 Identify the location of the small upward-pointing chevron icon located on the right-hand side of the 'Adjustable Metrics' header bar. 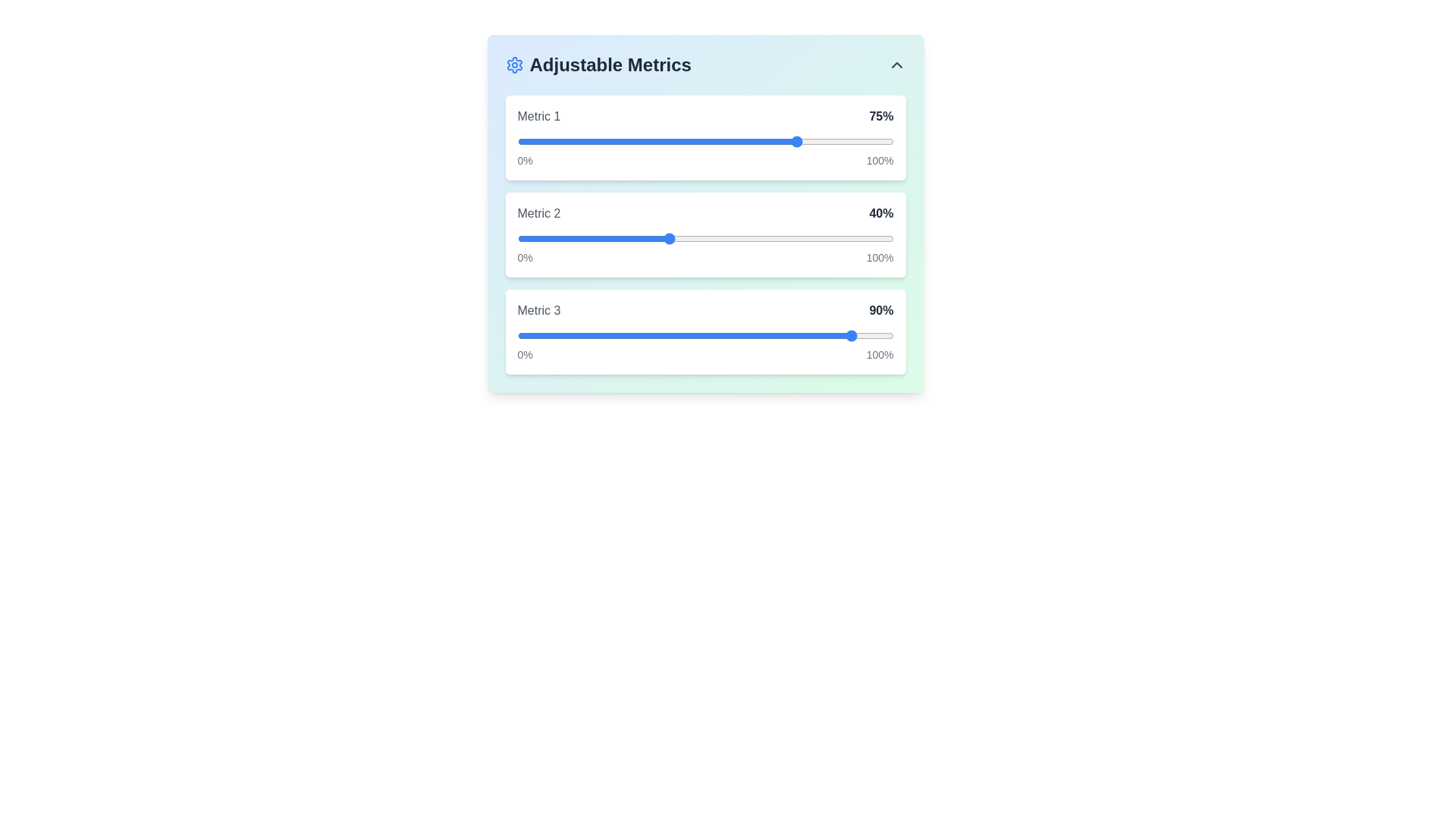
(896, 64).